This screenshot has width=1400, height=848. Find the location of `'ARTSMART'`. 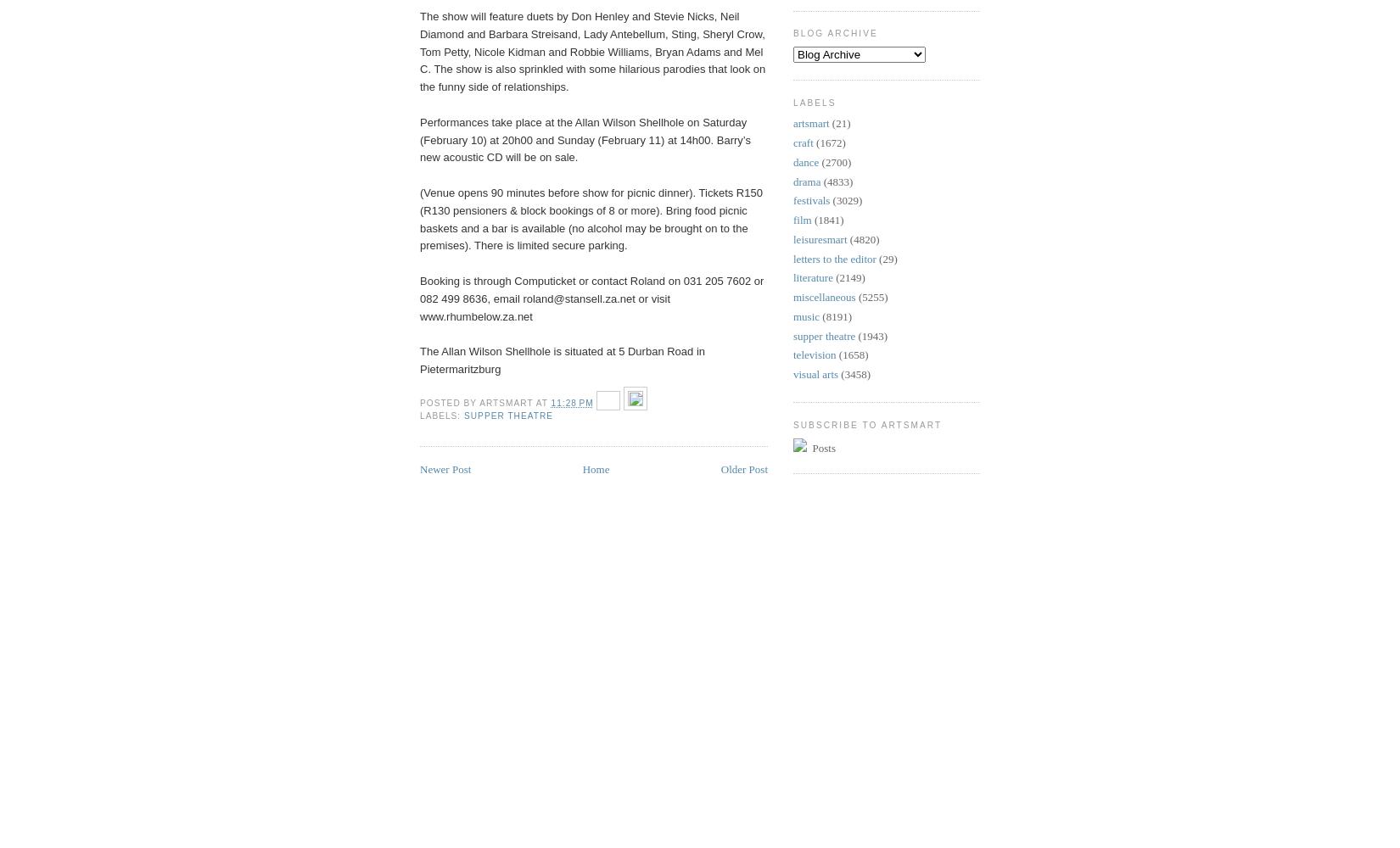

'ARTSMART' is located at coordinates (478, 402).